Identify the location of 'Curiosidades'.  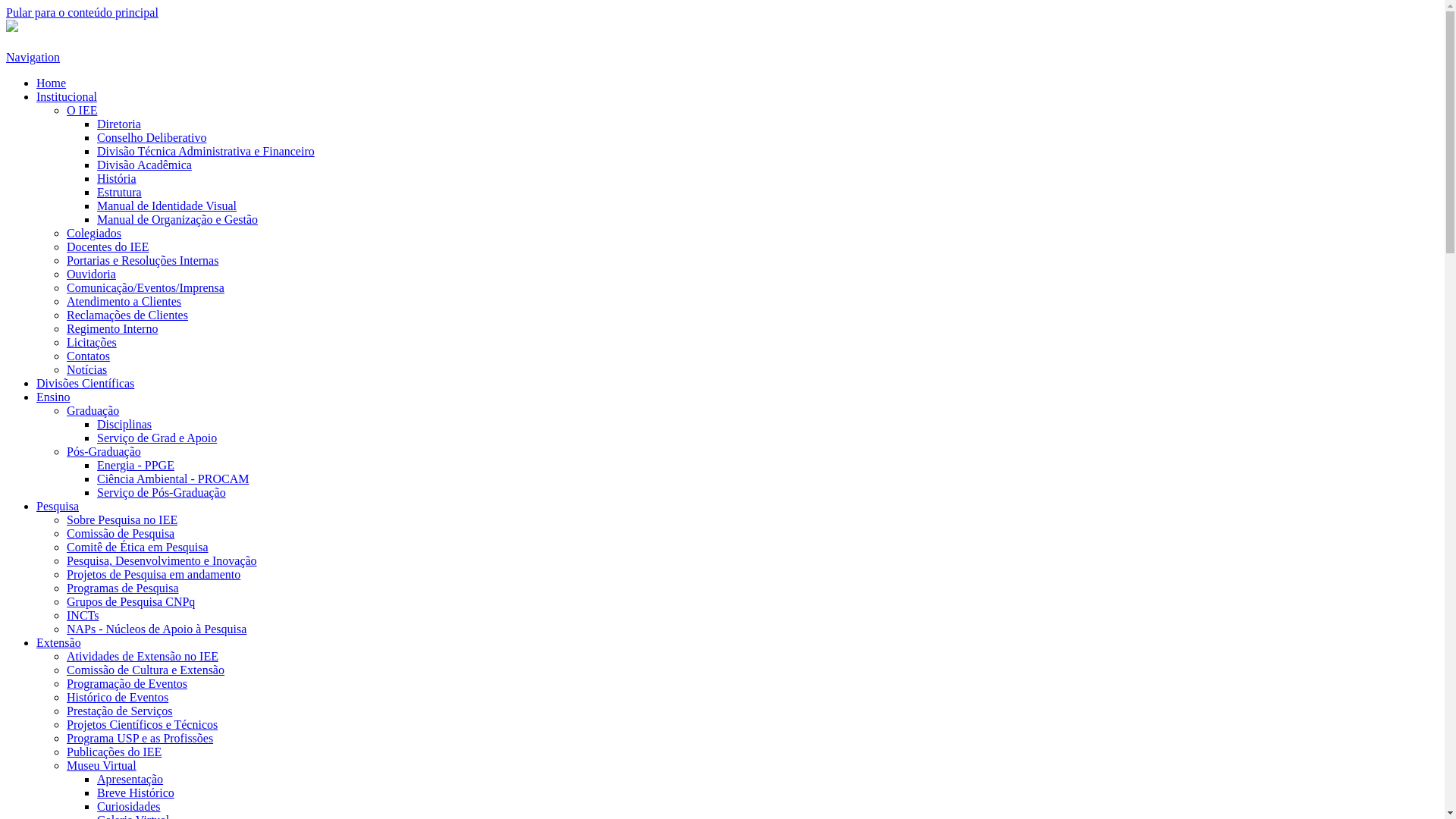
(128, 805).